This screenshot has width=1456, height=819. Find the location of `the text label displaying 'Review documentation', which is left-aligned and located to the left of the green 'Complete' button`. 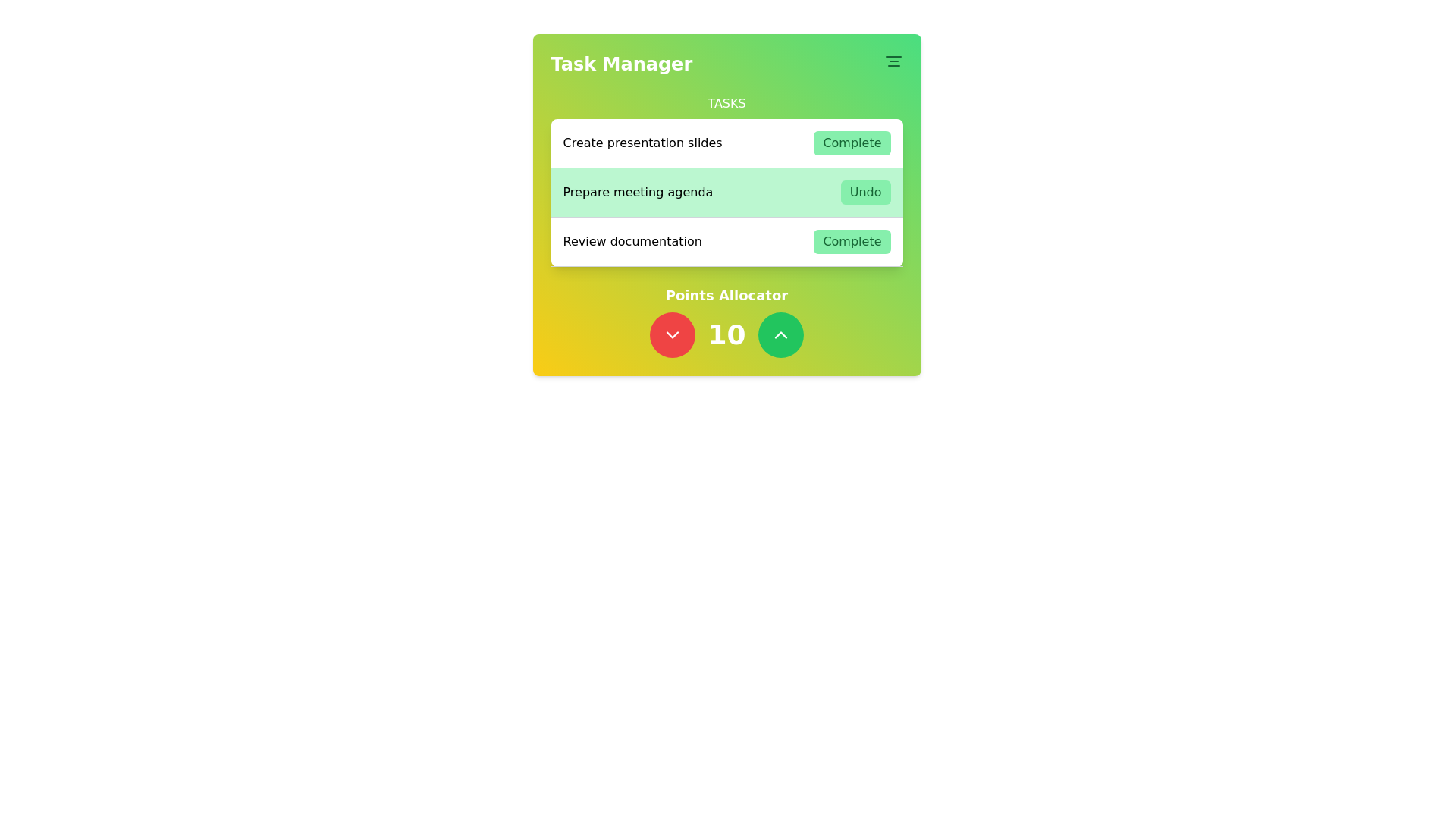

the text label displaying 'Review documentation', which is left-aligned and located to the left of the green 'Complete' button is located at coordinates (632, 241).